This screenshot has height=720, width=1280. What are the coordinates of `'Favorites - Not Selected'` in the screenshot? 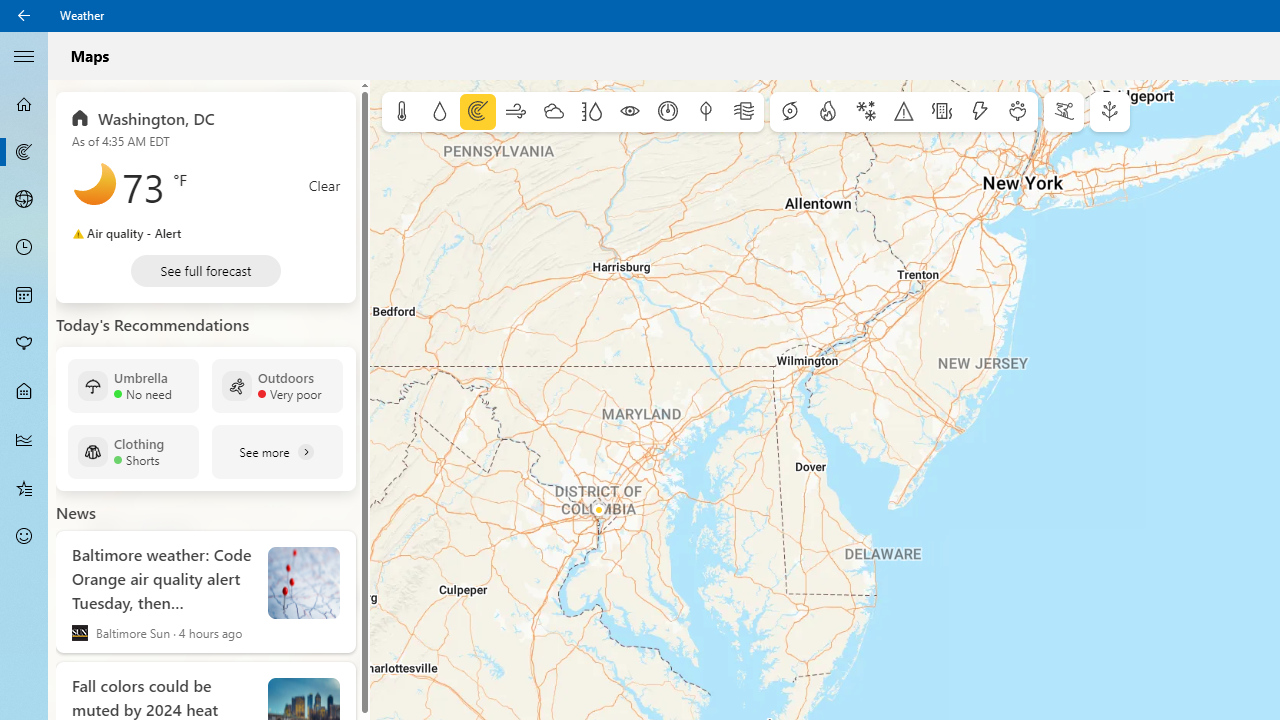 It's located at (24, 487).